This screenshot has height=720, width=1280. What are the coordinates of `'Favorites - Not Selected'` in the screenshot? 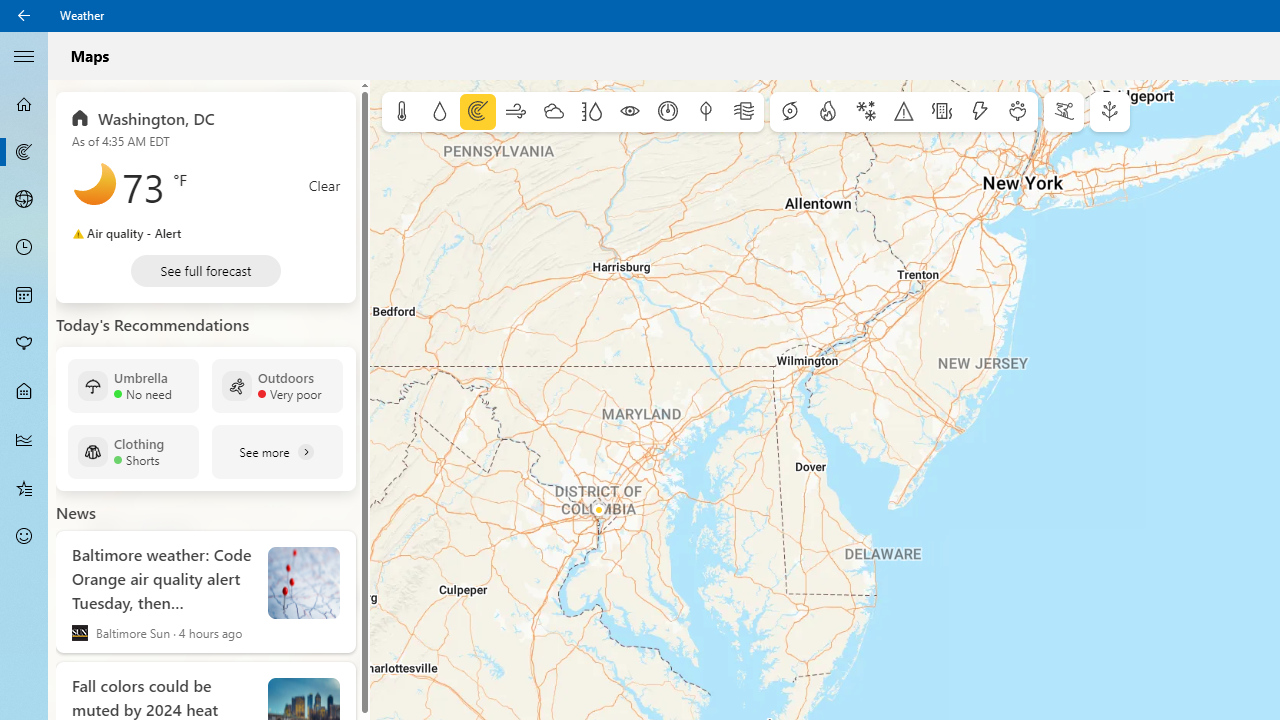 It's located at (24, 487).